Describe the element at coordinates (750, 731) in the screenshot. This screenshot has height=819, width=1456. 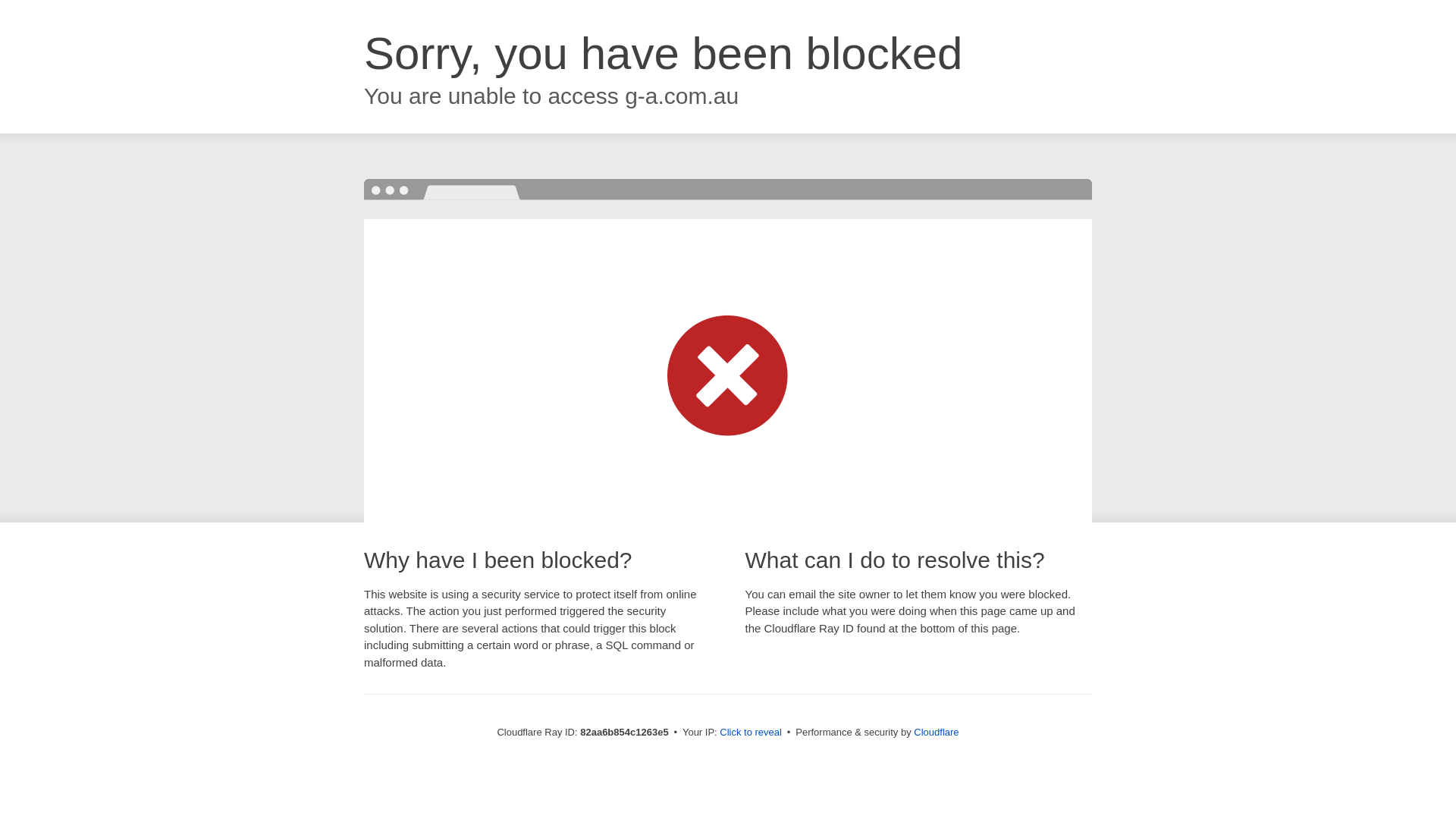
I see `'Click to reveal'` at that location.